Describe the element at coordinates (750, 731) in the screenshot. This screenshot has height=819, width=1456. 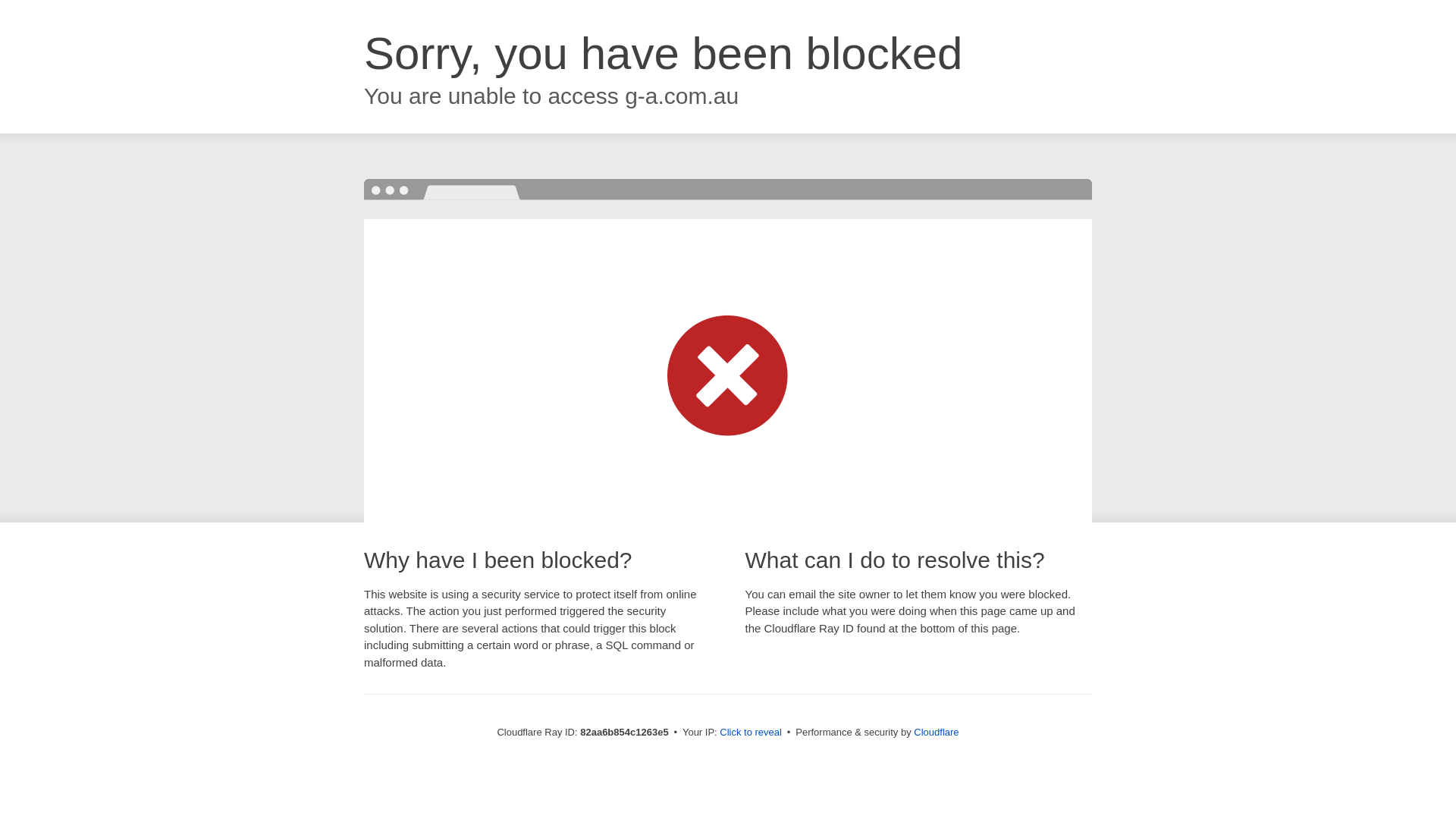
I see `'Click to reveal'` at that location.